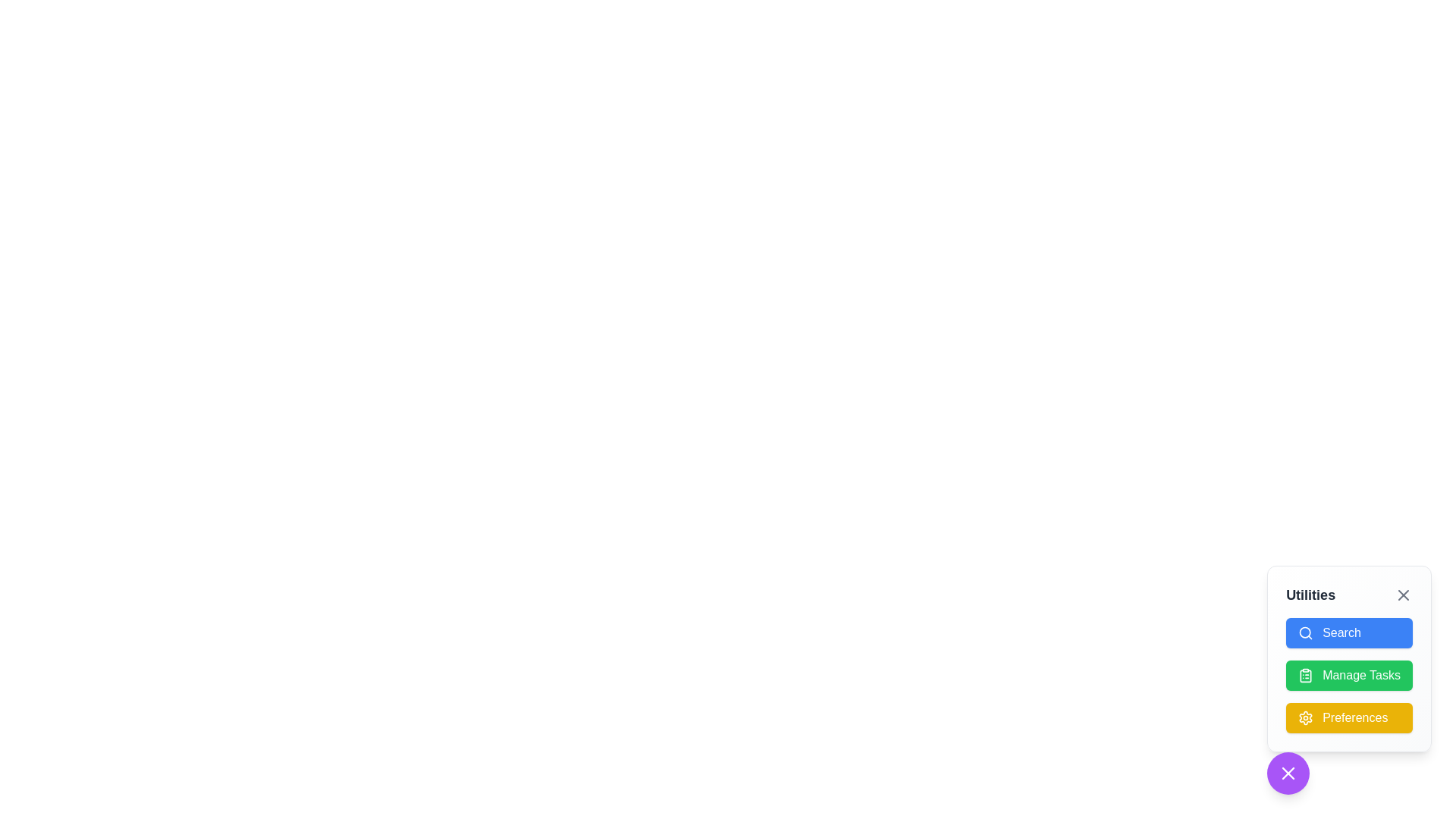  Describe the element at coordinates (1349, 675) in the screenshot. I see `the 'Manage Tasks' button with a green background and white text` at that location.